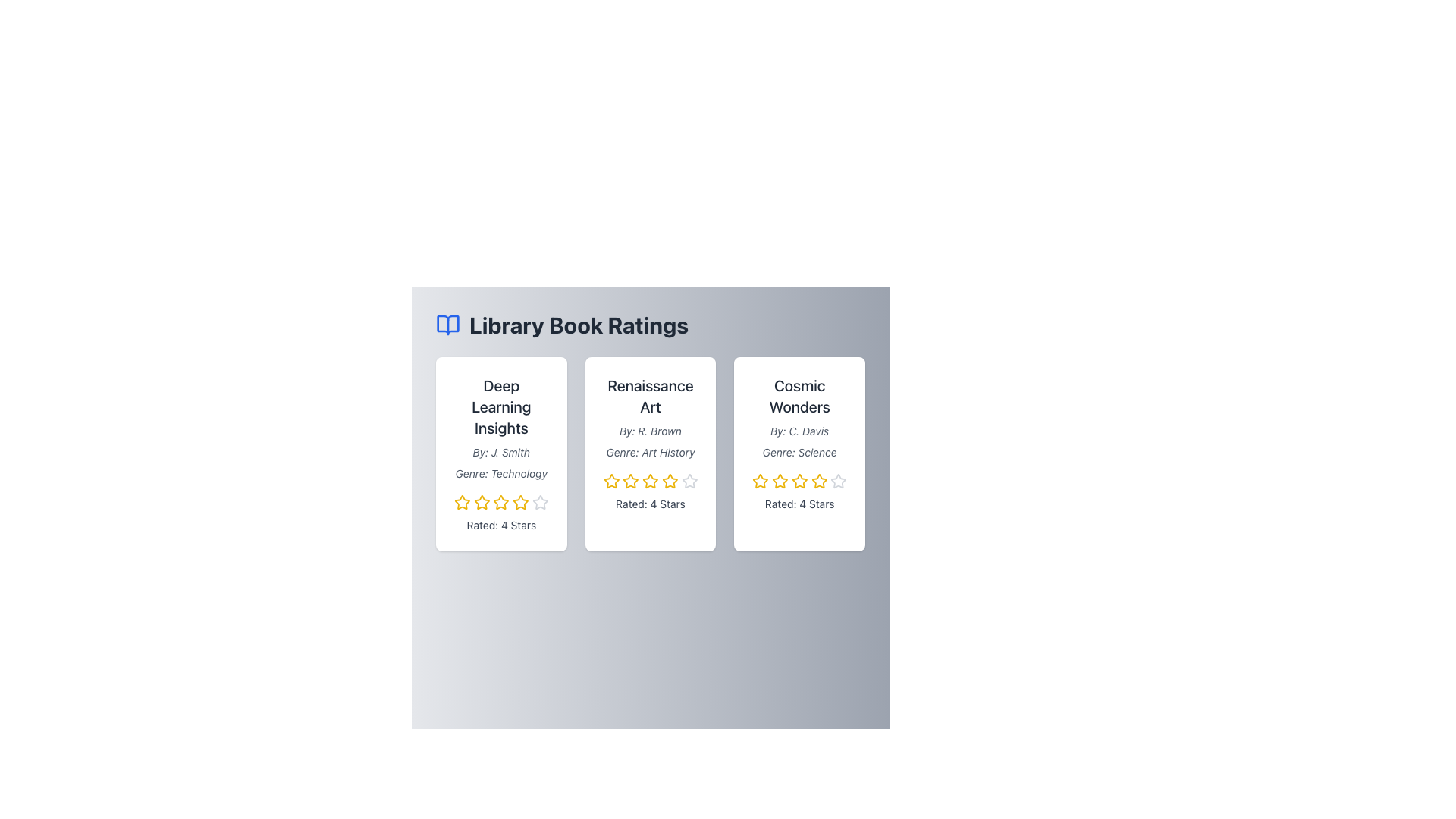 Image resolution: width=1456 pixels, height=819 pixels. What do you see at coordinates (780, 482) in the screenshot?
I see `the third yellow star-shaped icon used for rating functionality in the 'Cosmic Wonders' card` at bounding box center [780, 482].